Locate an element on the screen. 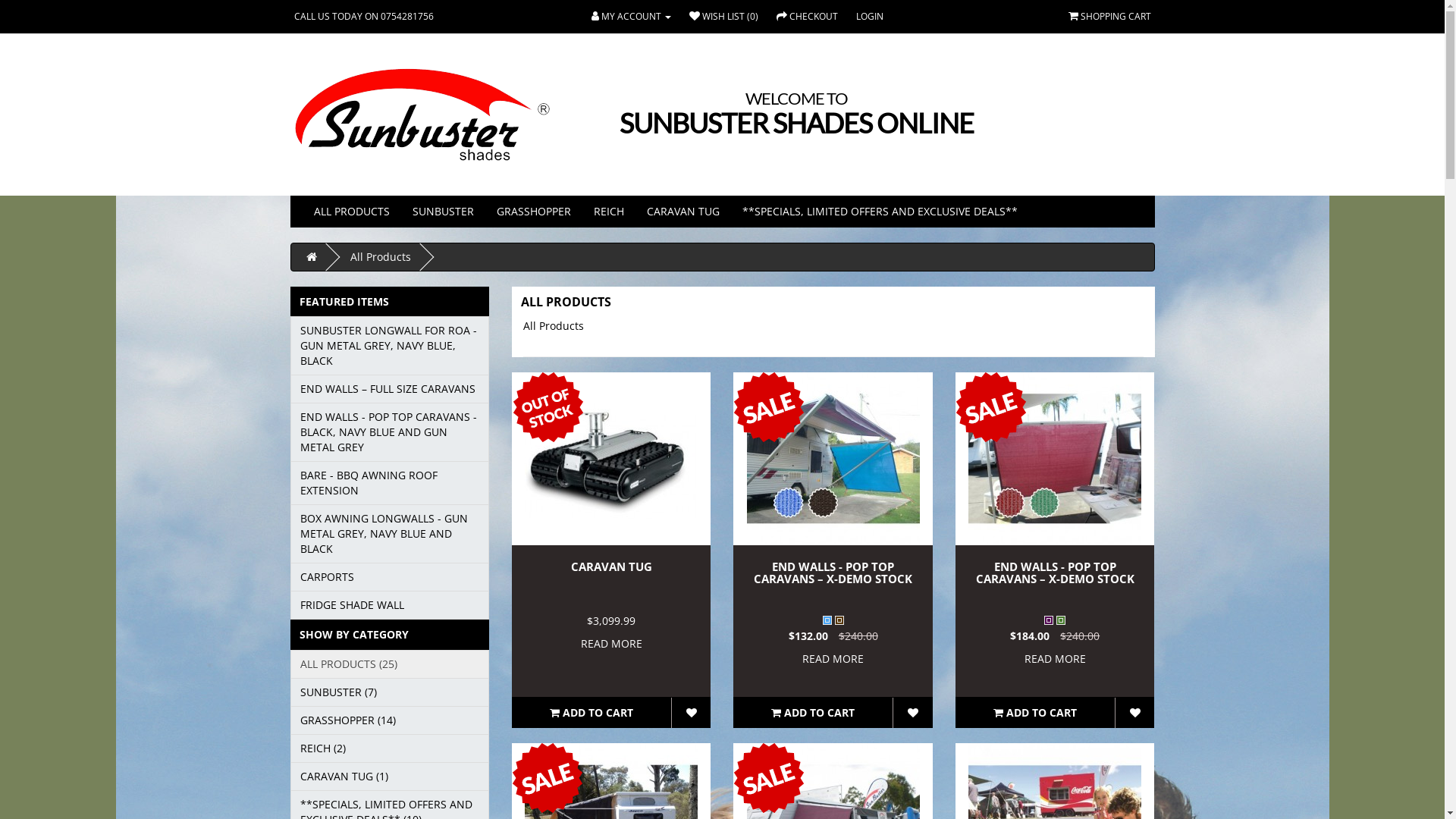 This screenshot has height=819, width=1456. 'CARPORTS' is located at coordinates (389, 576).